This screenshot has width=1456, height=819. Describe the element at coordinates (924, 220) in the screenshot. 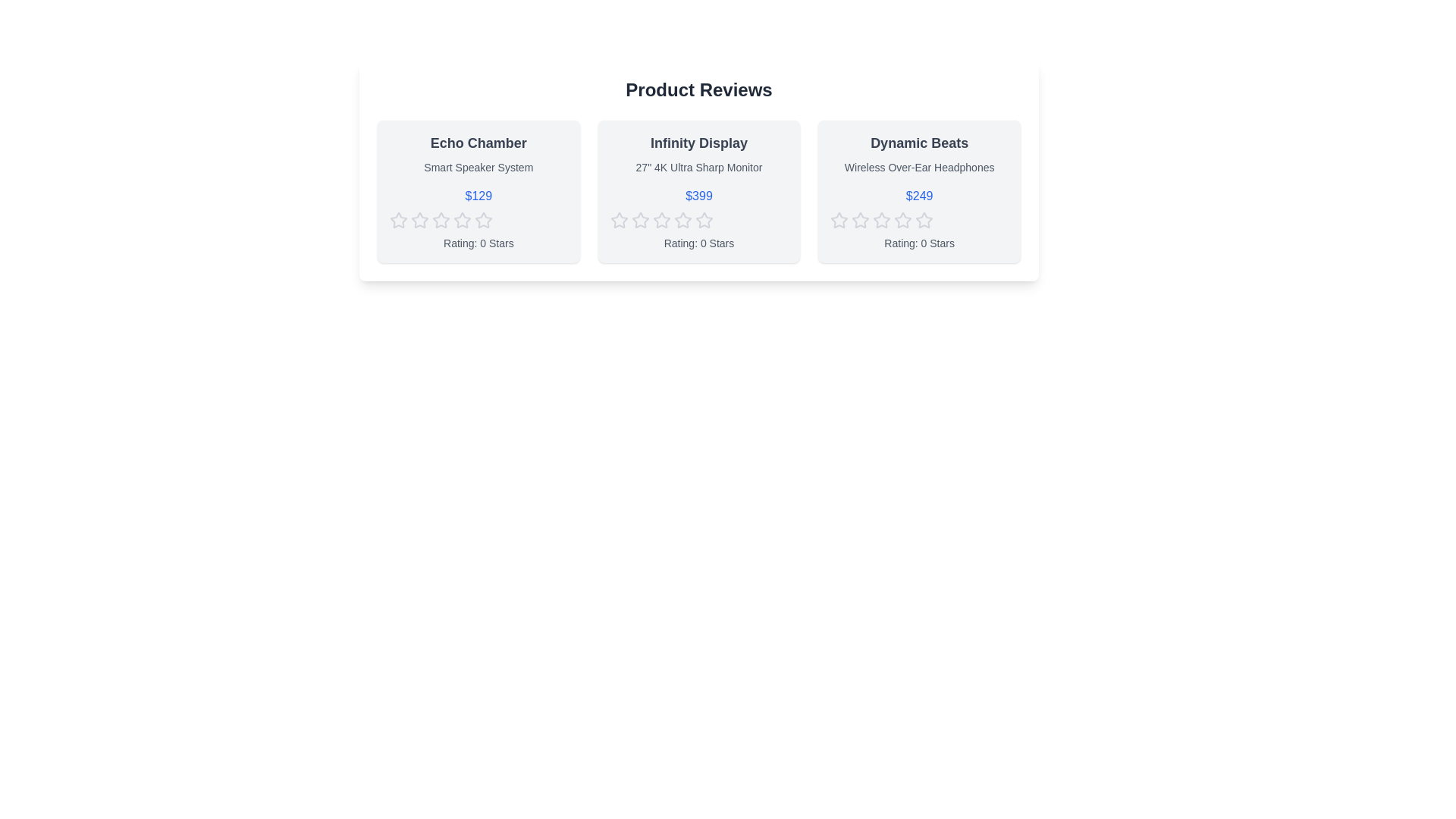

I see `the fifth Star Rating Icon` at that location.